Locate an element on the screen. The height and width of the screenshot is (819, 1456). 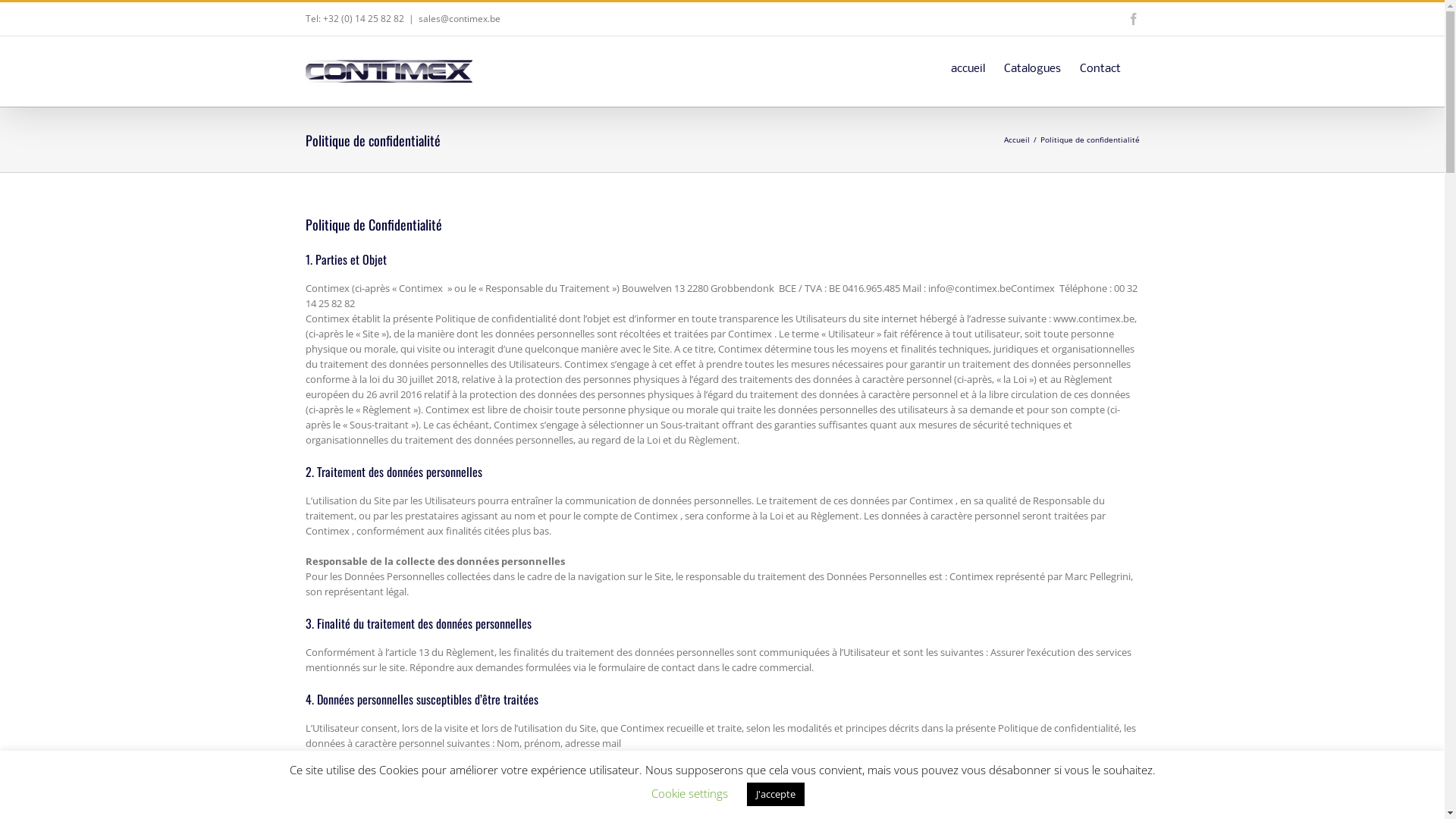
'Facebook' is located at coordinates (1132, 18).